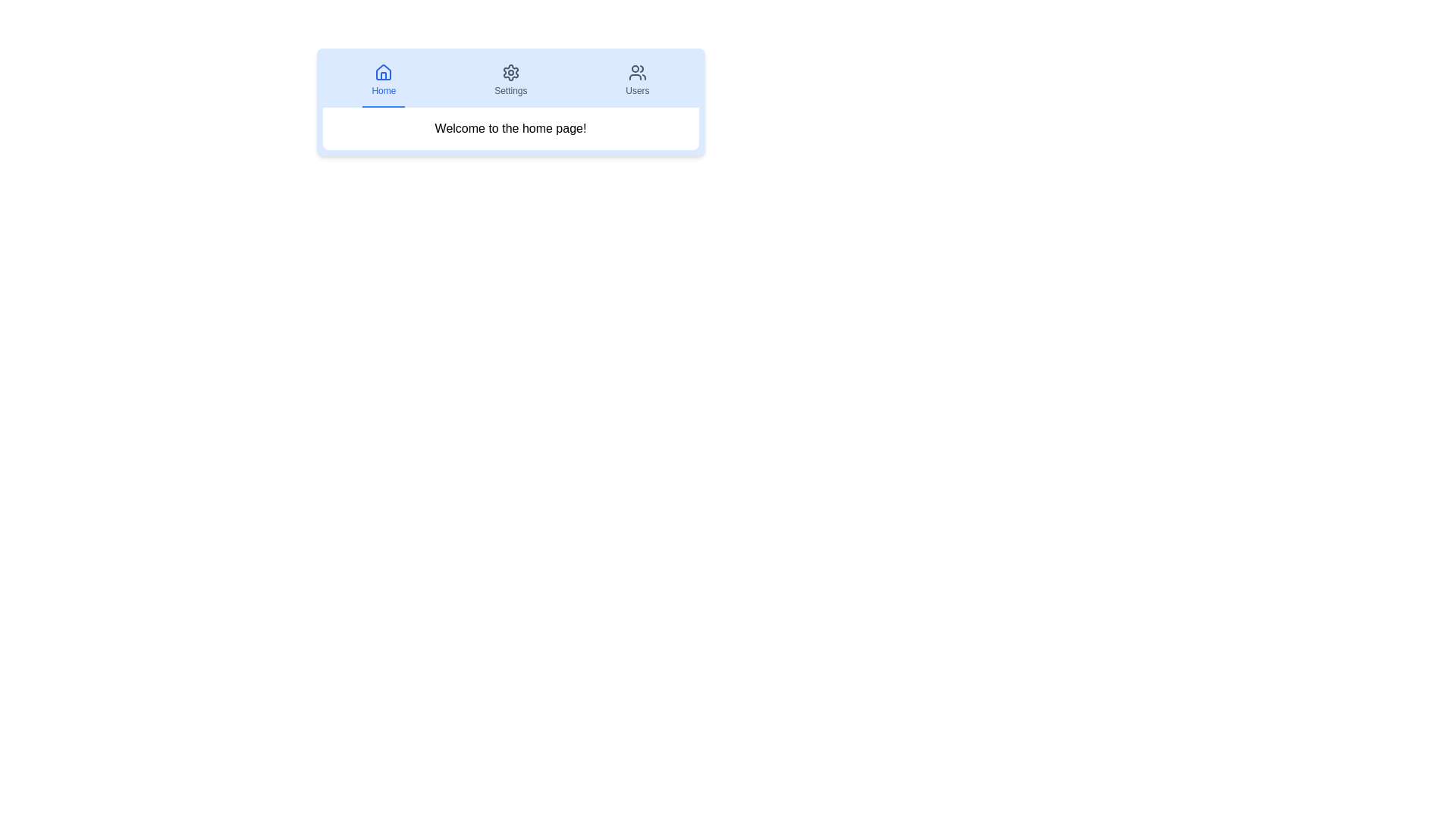  I want to click on the Settings tab by clicking on it, so click(510, 81).